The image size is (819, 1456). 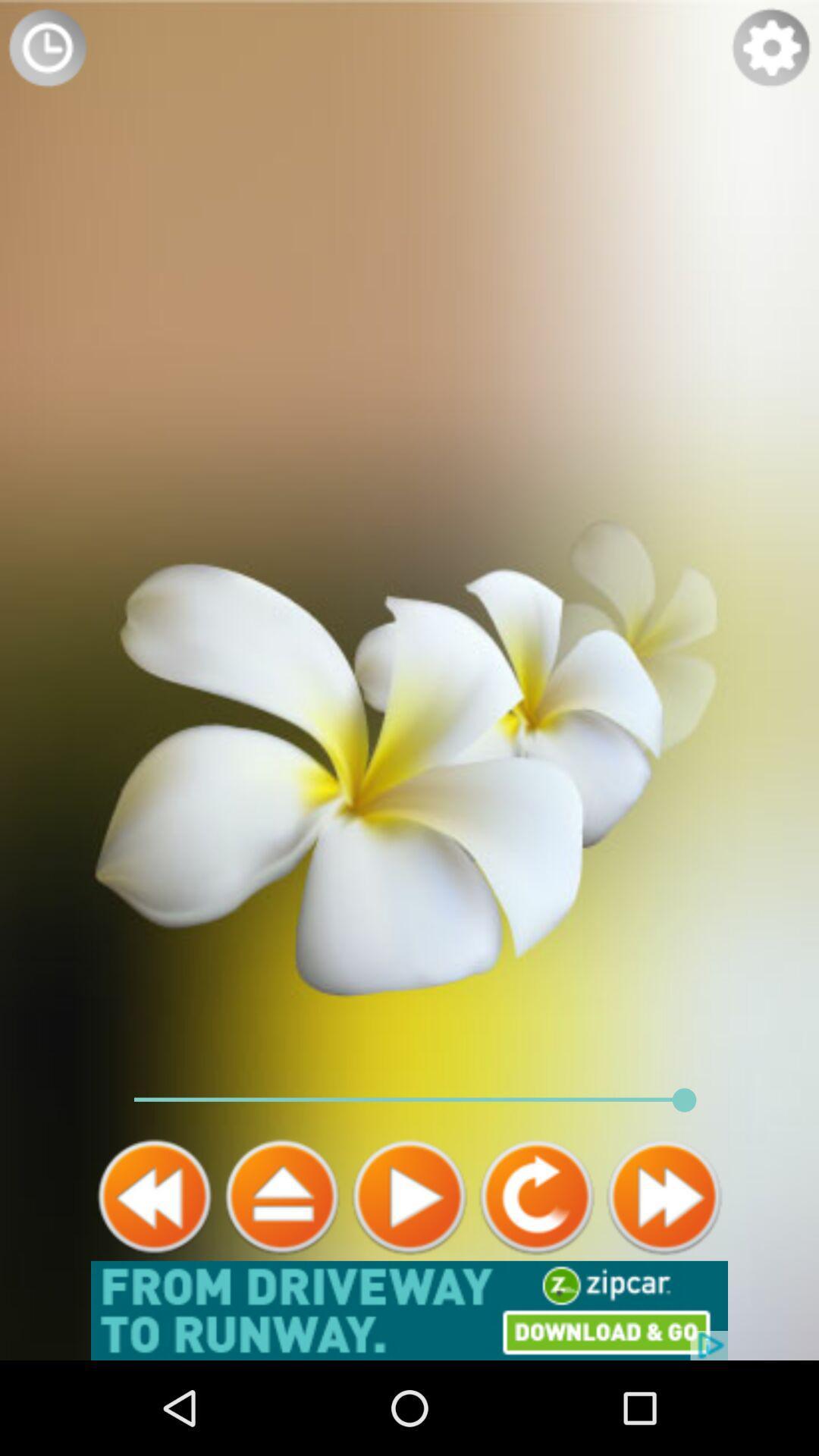 I want to click on menu, so click(x=281, y=1196).